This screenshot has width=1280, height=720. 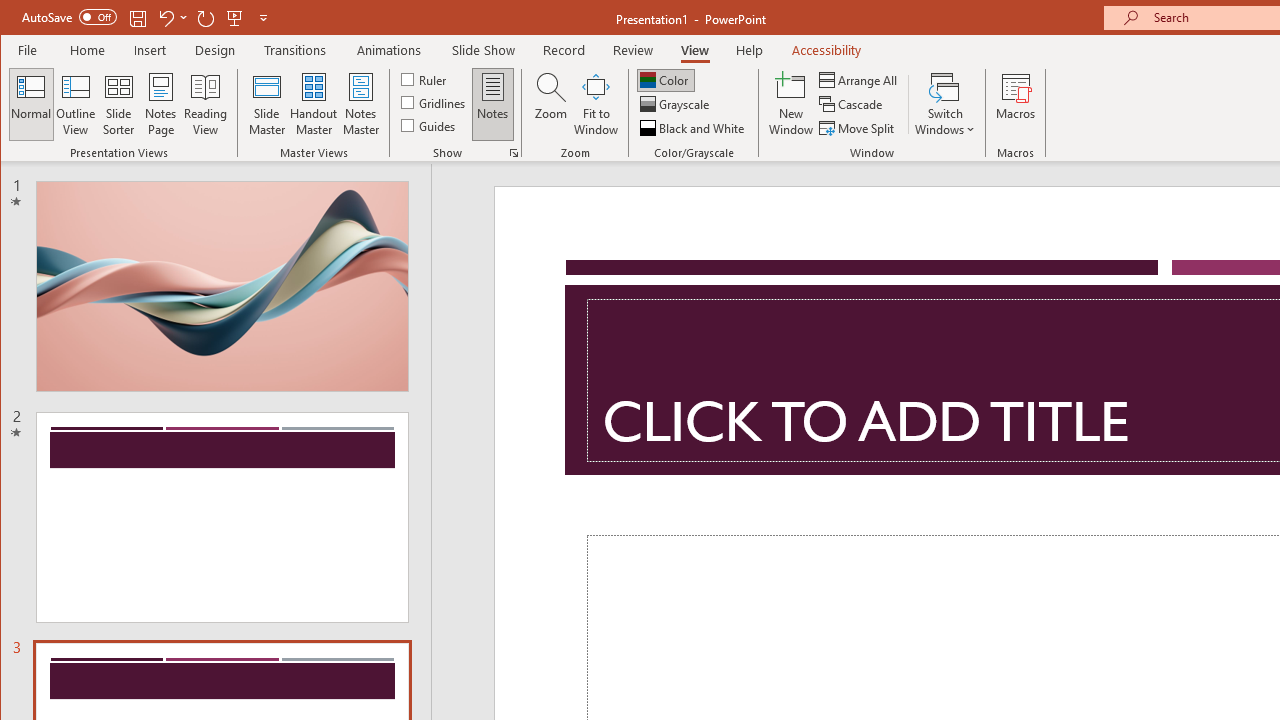 What do you see at coordinates (265, 104) in the screenshot?
I see `'Slide Master'` at bounding box center [265, 104].